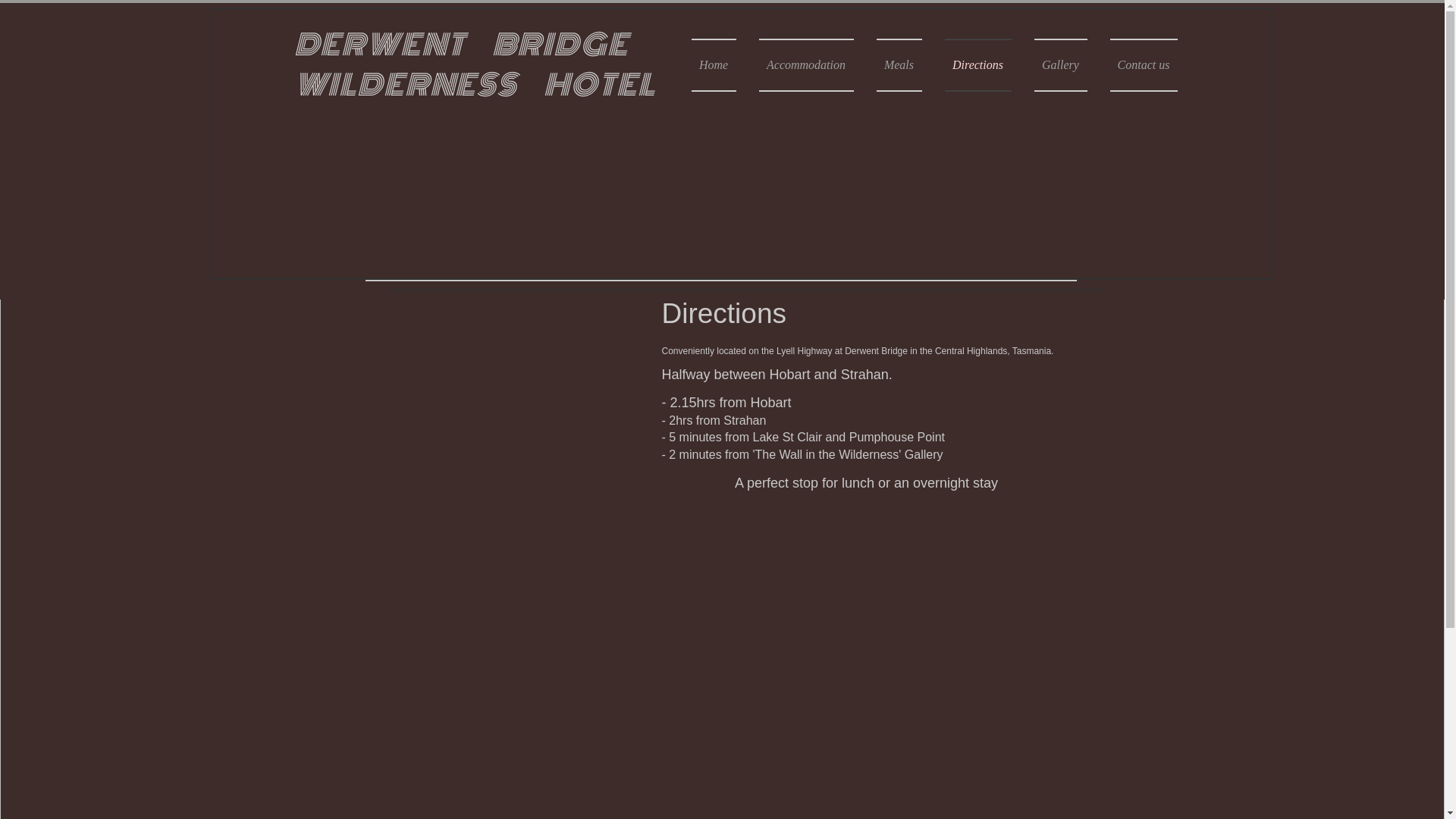 Image resolution: width=1456 pixels, height=819 pixels. Describe the element at coordinates (899, 64) in the screenshot. I see `'Meals'` at that location.